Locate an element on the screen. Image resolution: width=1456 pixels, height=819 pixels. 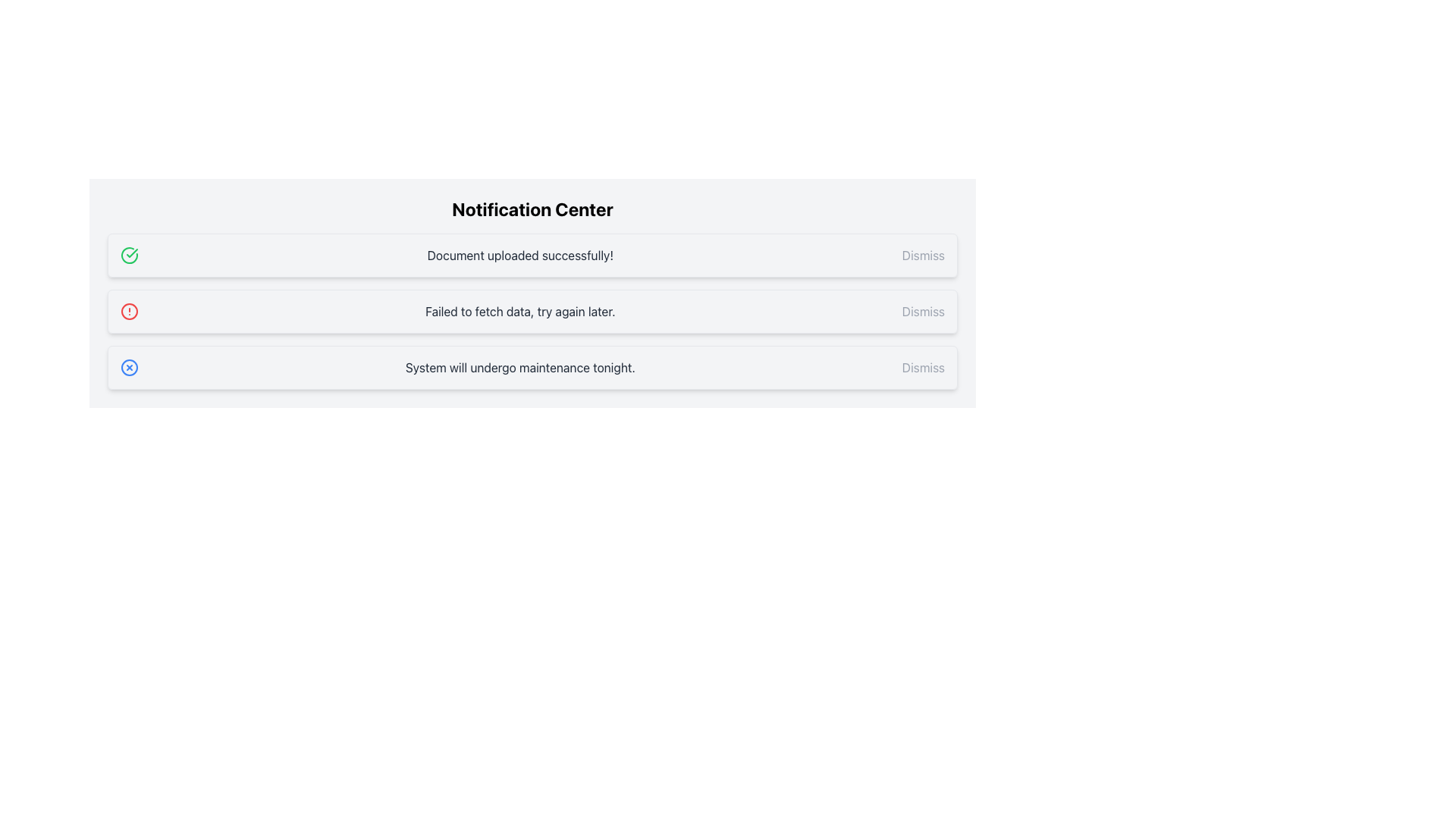
the circular checkmark icon with a green outline, which is the leftmost icon of the first notification entry preceding the text 'Document uploaded successfully!' and the 'Dismiss' button is located at coordinates (130, 254).